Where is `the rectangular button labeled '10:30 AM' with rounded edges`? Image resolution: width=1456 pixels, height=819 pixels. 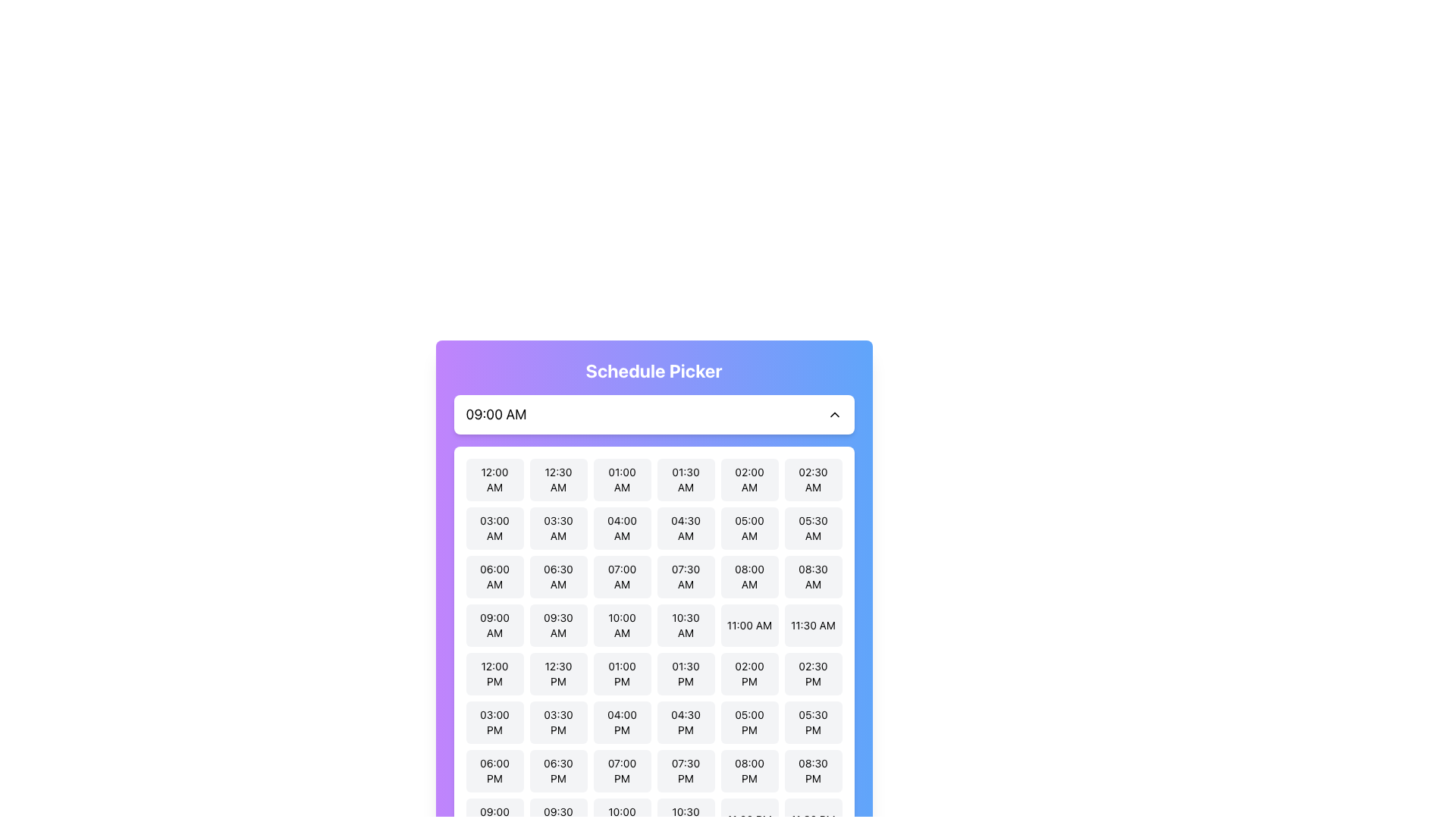
the rectangular button labeled '10:30 AM' with rounded edges is located at coordinates (685, 626).